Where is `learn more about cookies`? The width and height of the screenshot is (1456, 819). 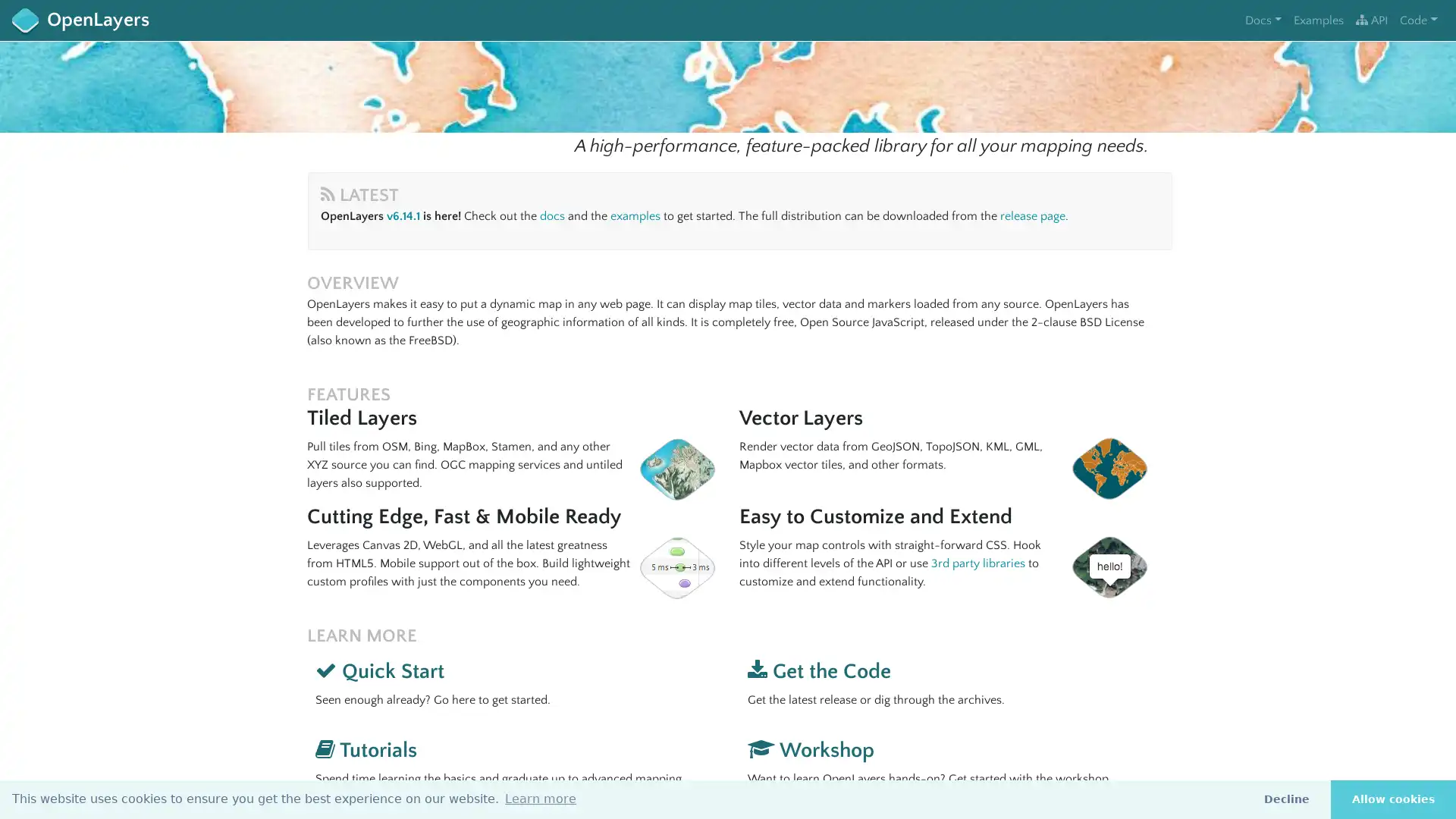
learn more about cookies is located at coordinates (541, 798).